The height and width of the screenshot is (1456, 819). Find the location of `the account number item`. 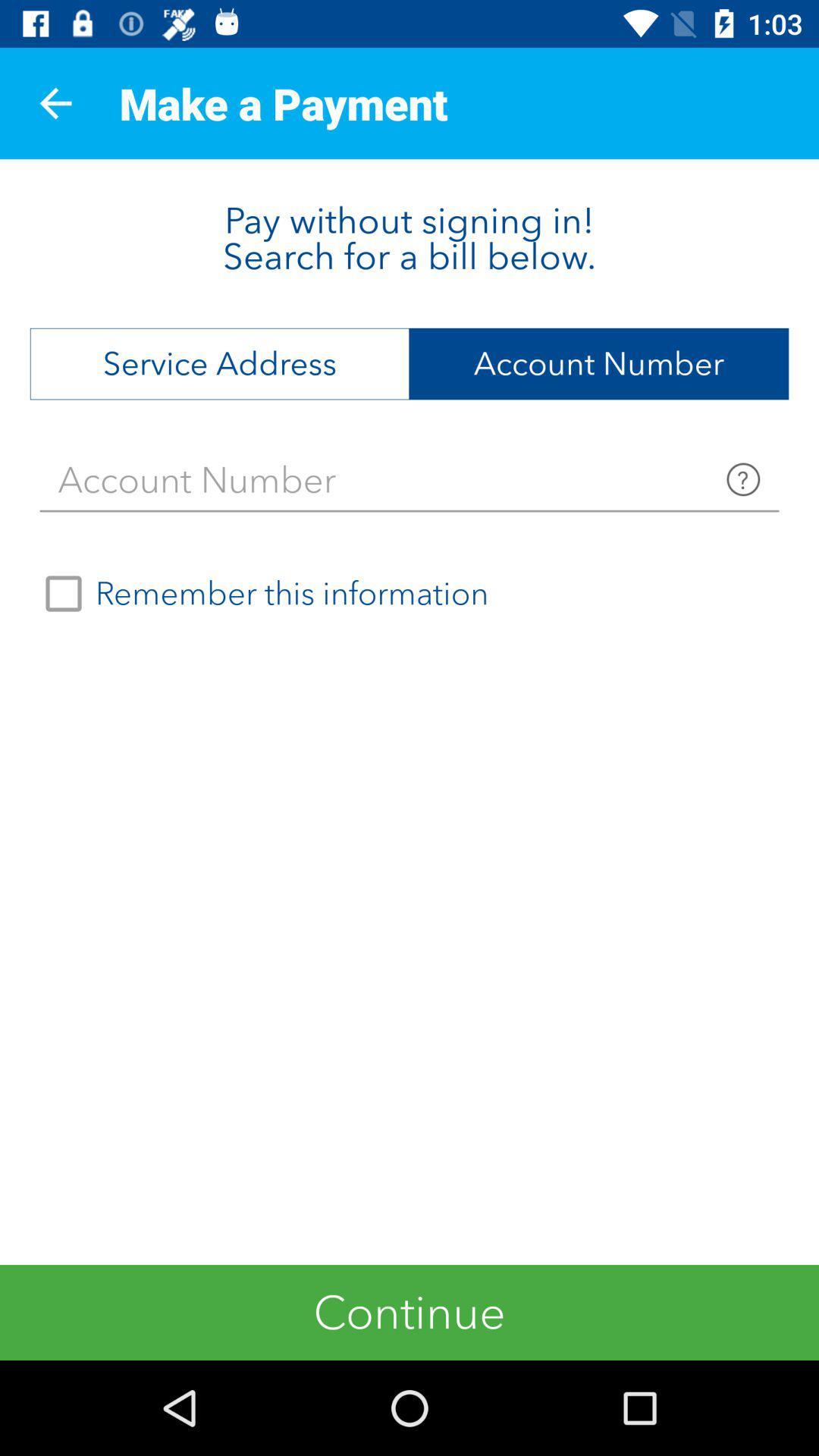

the account number item is located at coordinates (598, 364).